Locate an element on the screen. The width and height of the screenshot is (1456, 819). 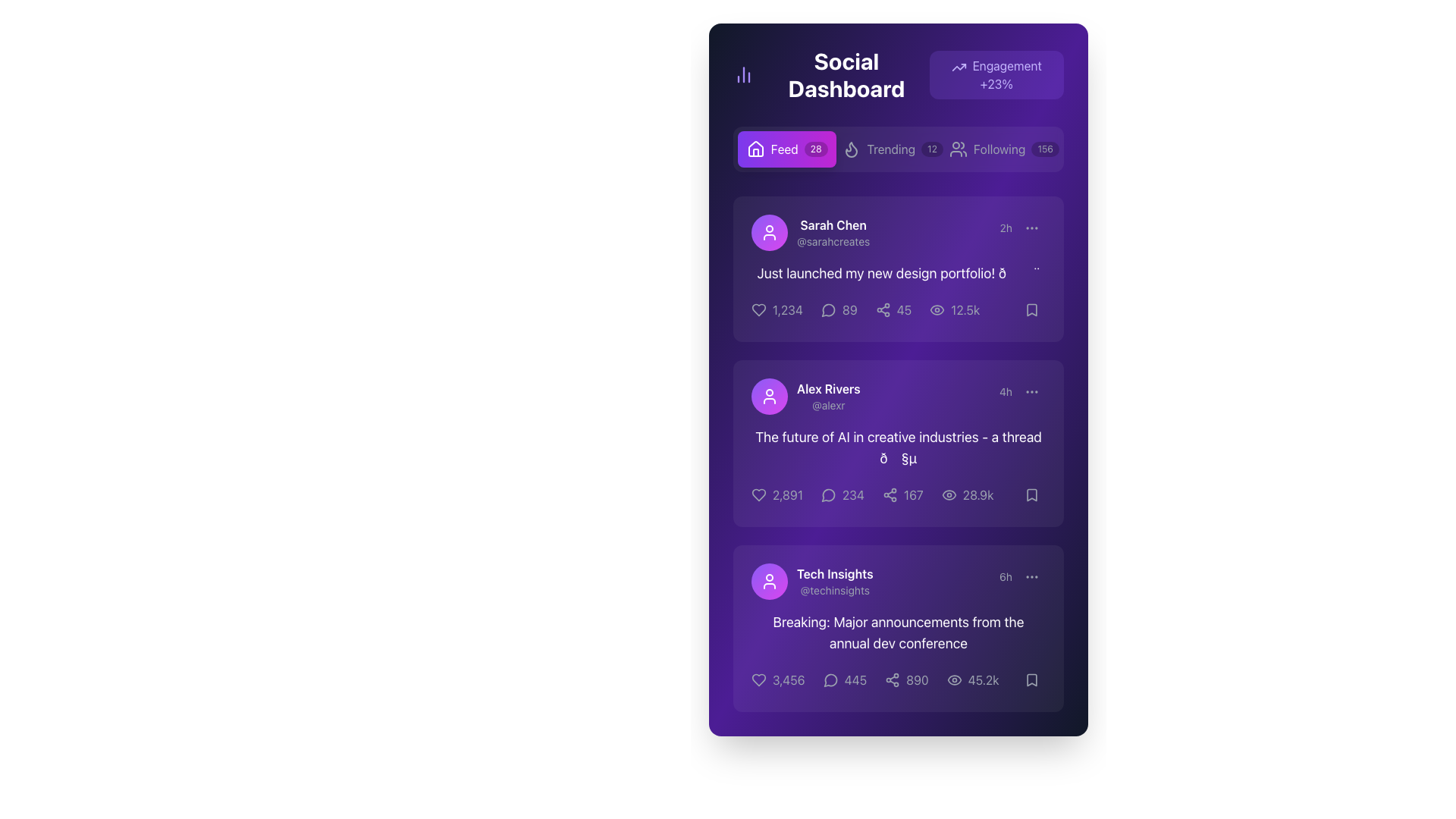
the options menu button located in the upper-right corner of the second content card for the post by 'Alex Rivers' is located at coordinates (1031, 391).